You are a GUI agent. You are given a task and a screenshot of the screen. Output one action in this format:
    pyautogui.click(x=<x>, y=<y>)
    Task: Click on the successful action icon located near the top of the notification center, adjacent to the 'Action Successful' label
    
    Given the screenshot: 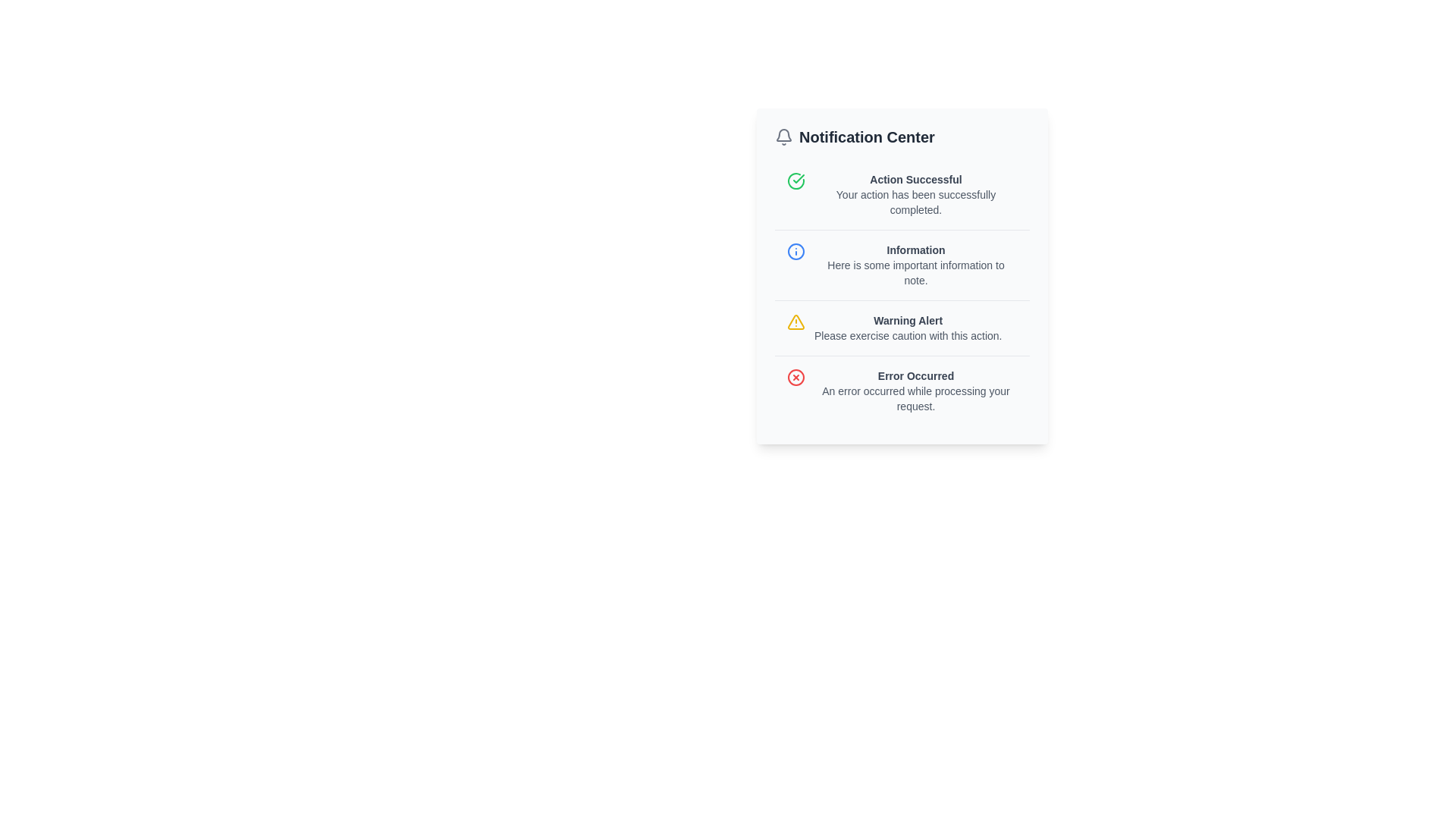 What is the action you would take?
    pyautogui.click(x=795, y=180)
    